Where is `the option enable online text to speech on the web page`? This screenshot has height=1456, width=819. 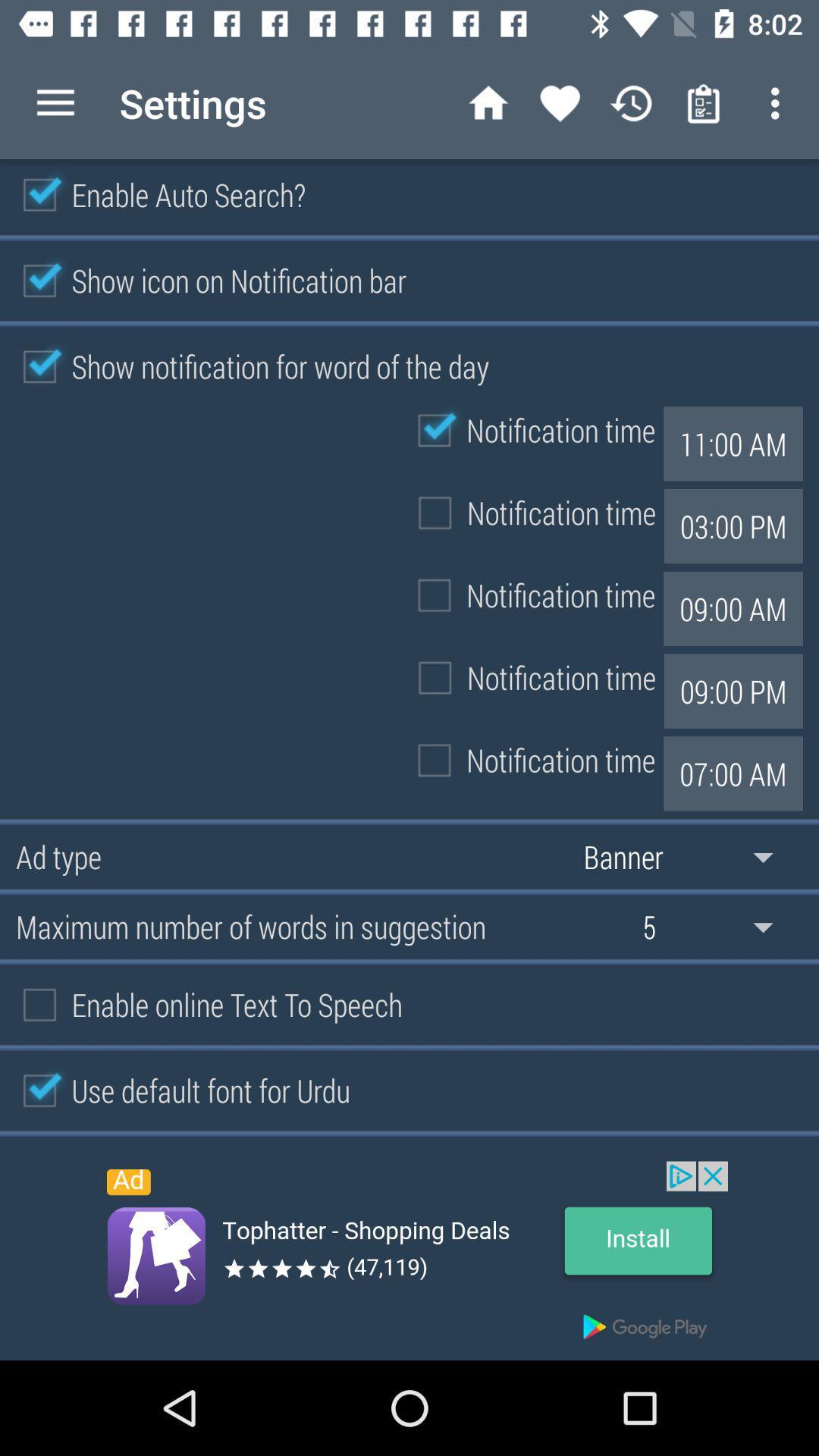
the option enable online text to speech on the web page is located at coordinates (205, 1004).